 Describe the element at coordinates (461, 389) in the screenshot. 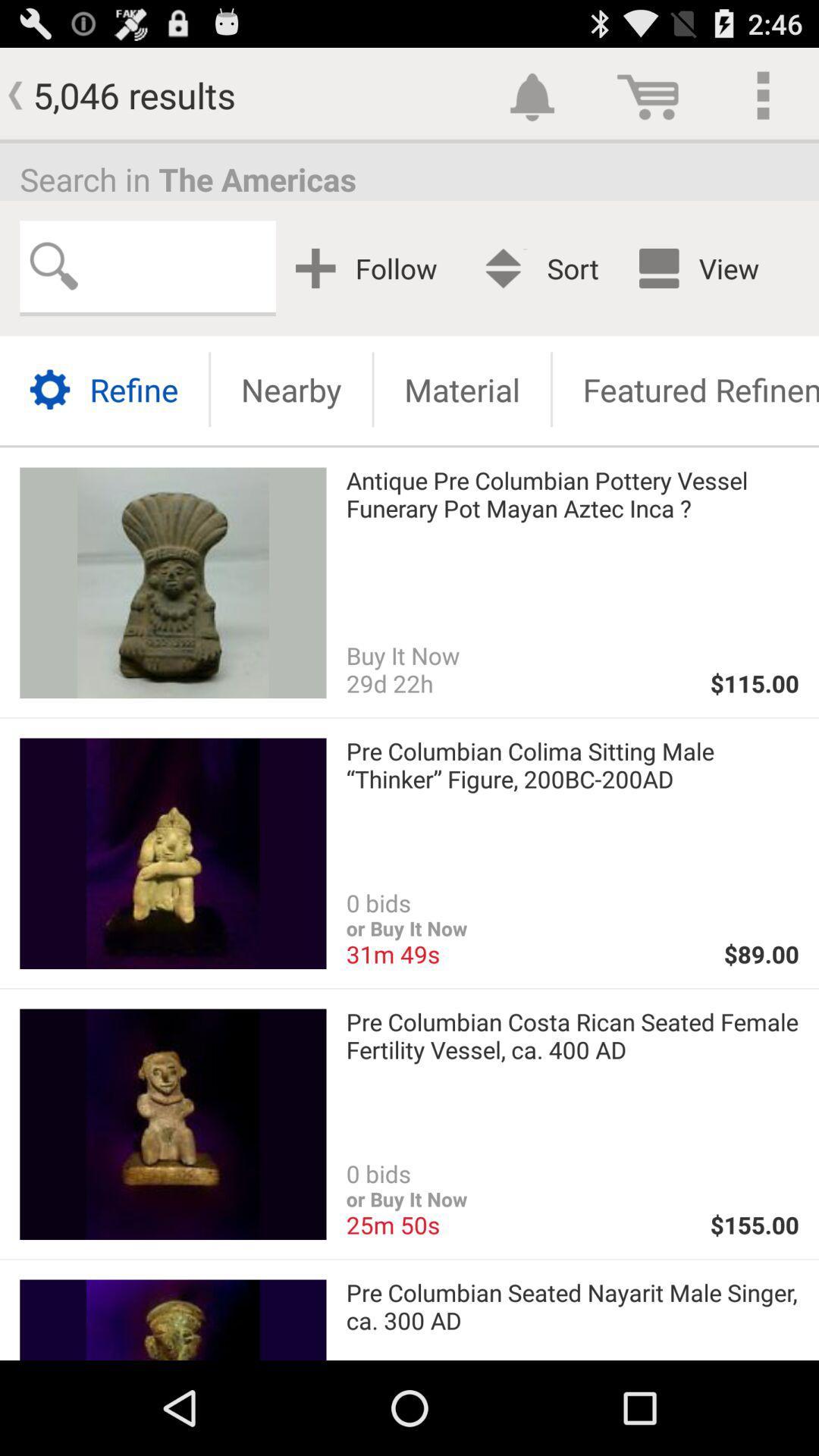

I see `item below the follow app` at that location.